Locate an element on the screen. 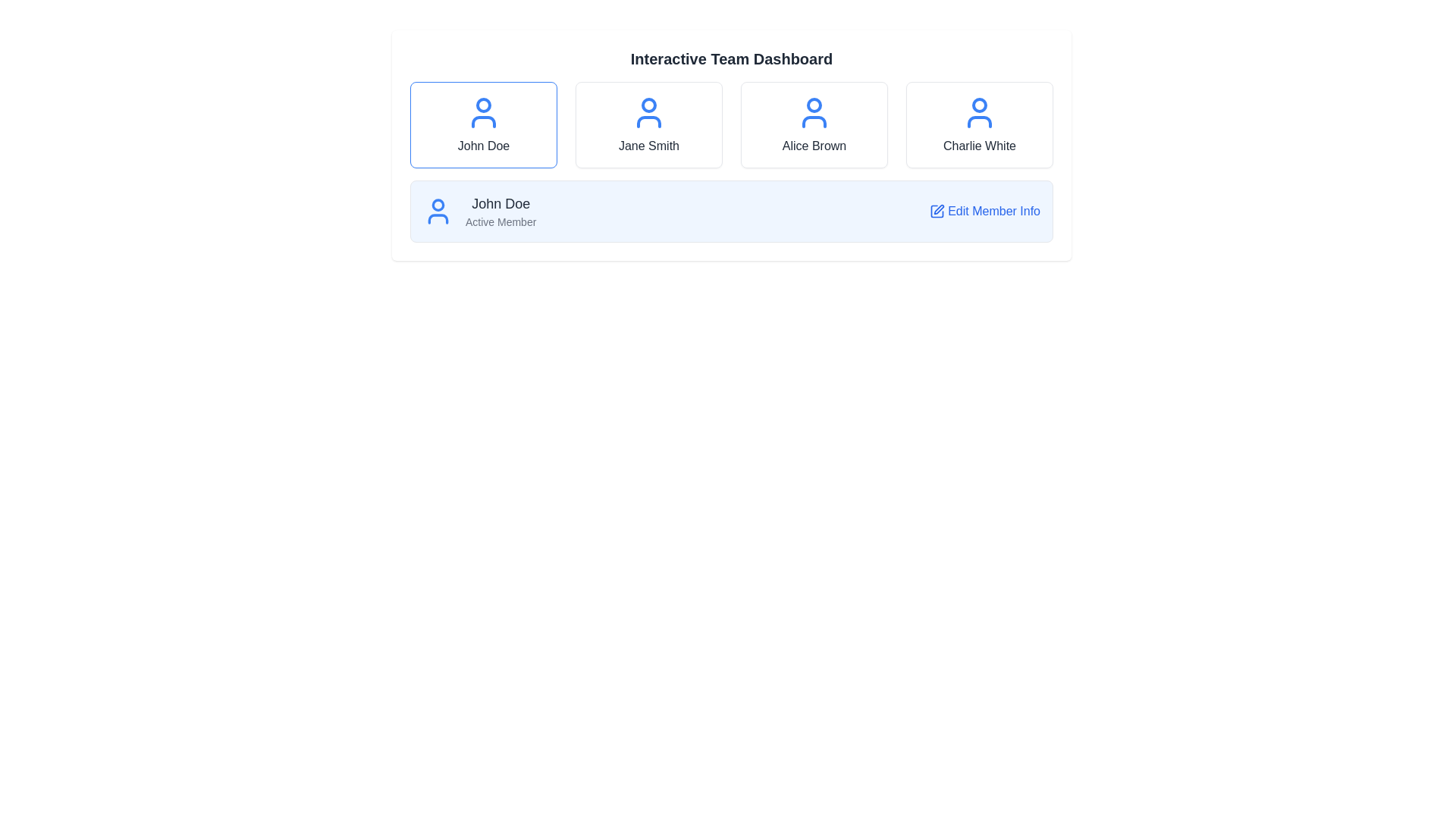  the design of the blue user icon, which is a minimalist representation of a user profile, located to the left of the user details section under the name 'John Doe' and the role 'Active Member' is located at coordinates (437, 211).